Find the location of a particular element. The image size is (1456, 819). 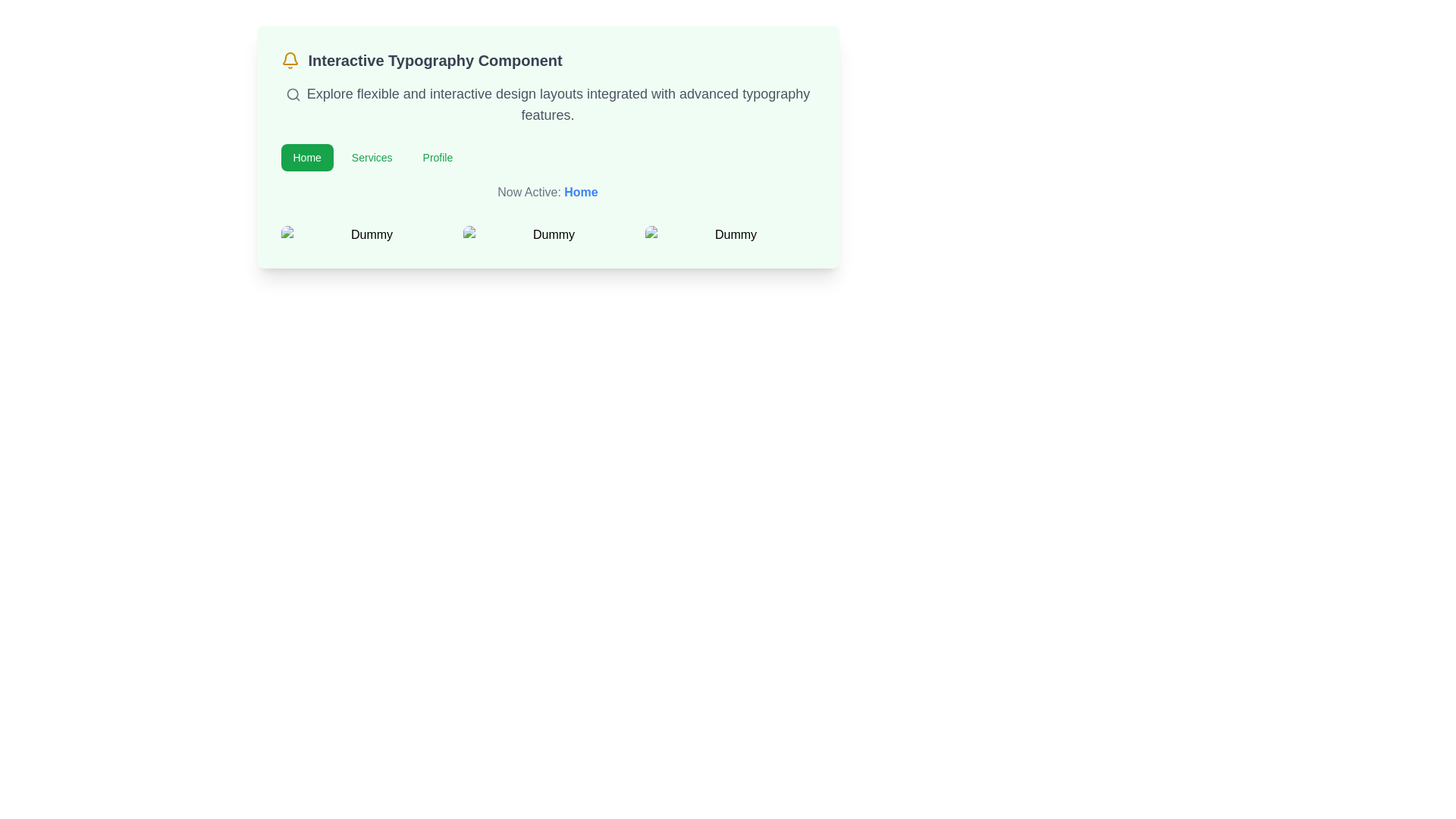

the Combined element of an image placeholder and a text label located in the bottom right segment of a three-column grid layout is located at coordinates (730, 234).